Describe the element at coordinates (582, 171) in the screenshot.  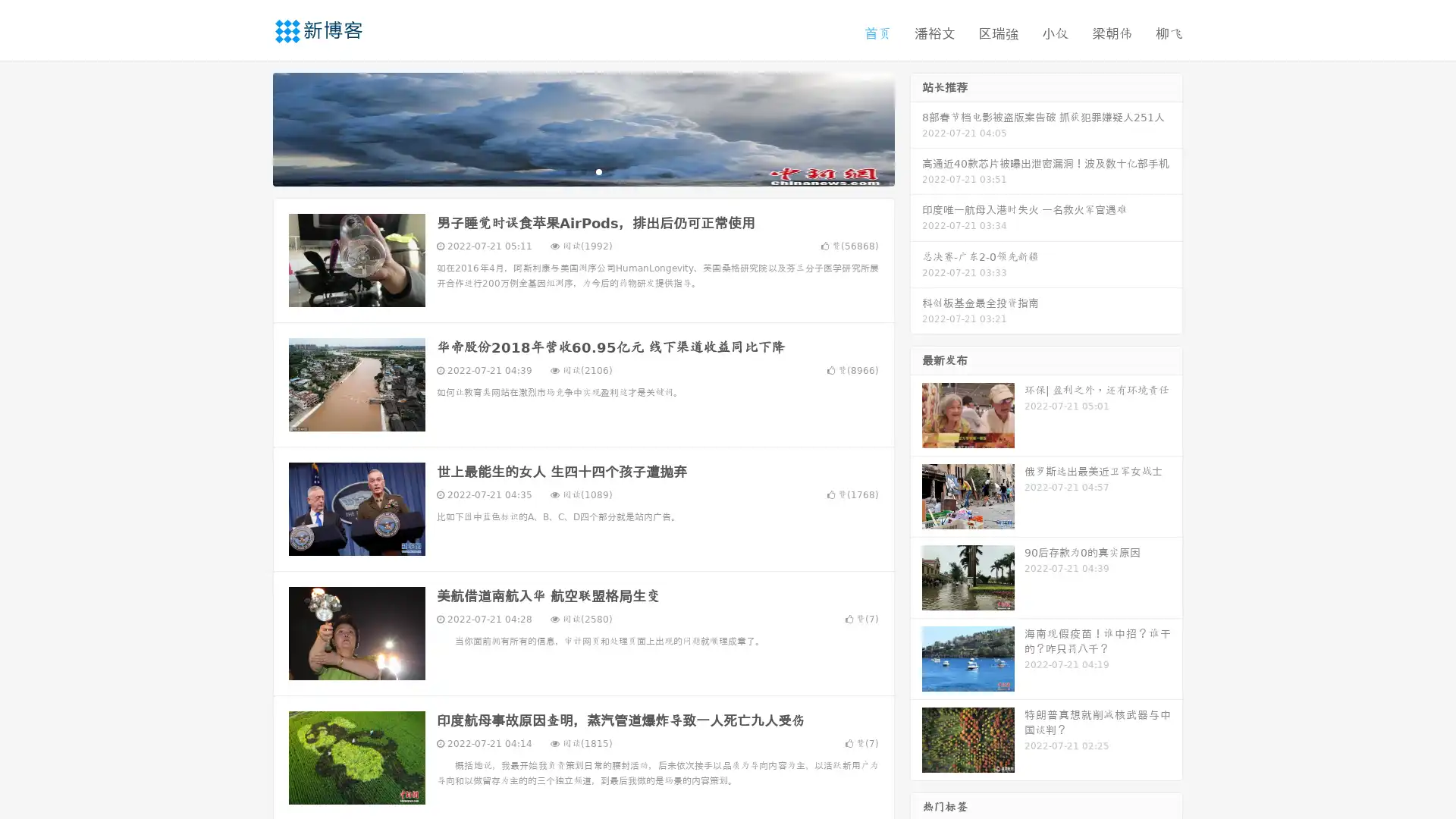
I see `Go to slide 2` at that location.